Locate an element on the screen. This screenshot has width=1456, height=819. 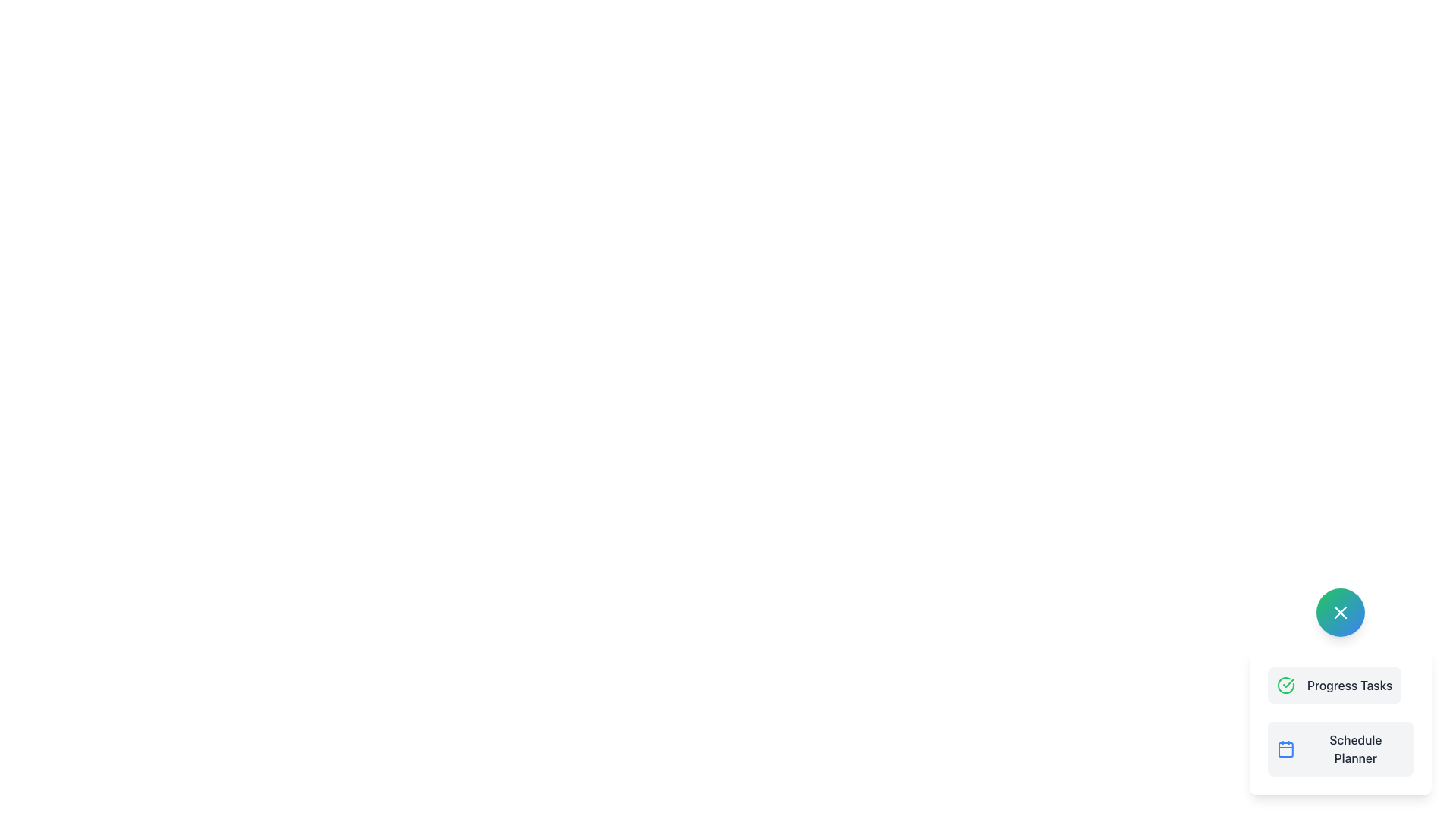
properties of the decorative or status-indicative icon representing partial progress or a checkmark design located in the bottom right corner of the interface is located at coordinates (1285, 684).